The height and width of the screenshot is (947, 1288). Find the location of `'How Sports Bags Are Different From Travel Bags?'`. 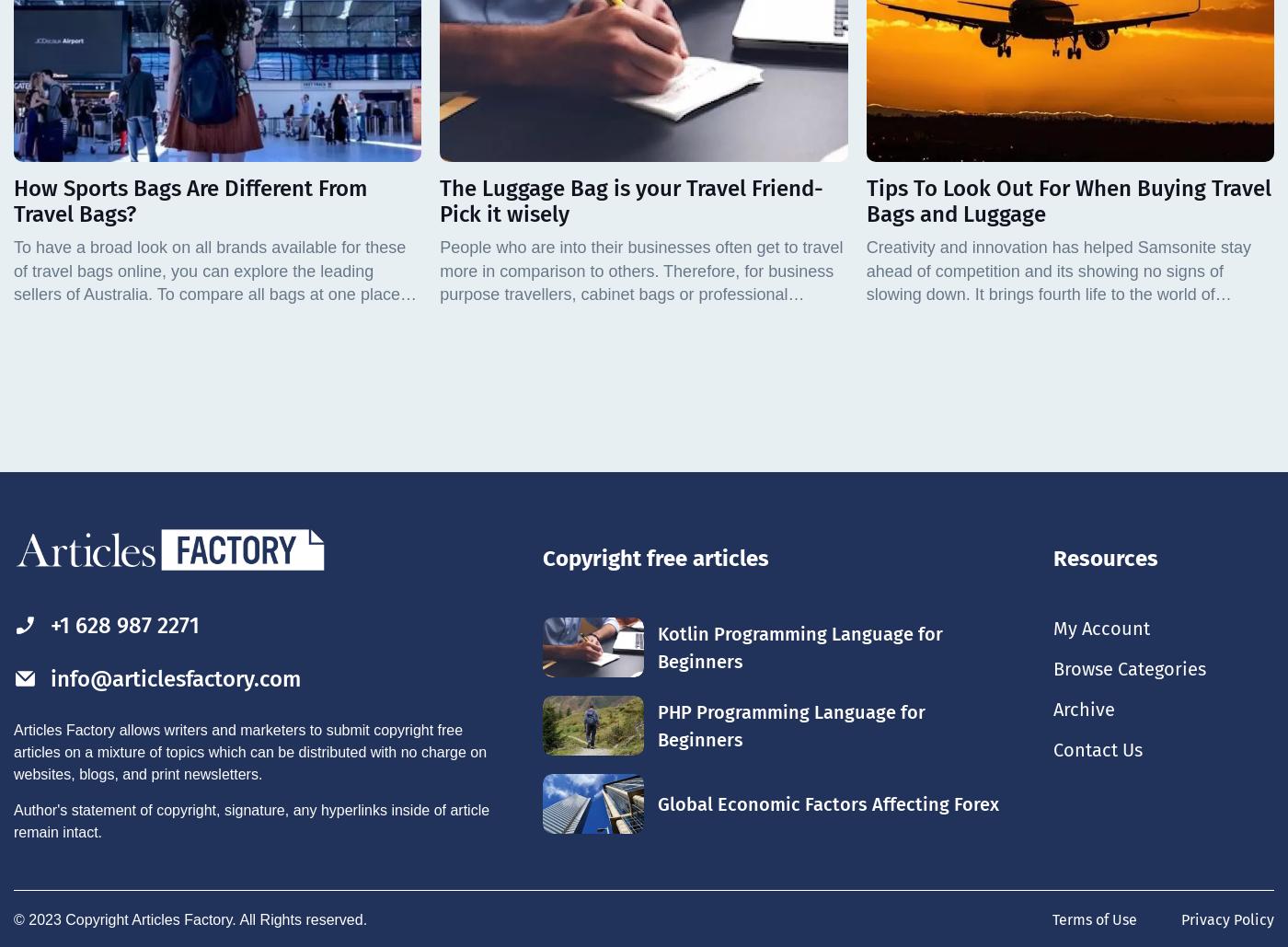

'How Sports Bags Are Different From Travel Bags?' is located at coordinates (190, 201).